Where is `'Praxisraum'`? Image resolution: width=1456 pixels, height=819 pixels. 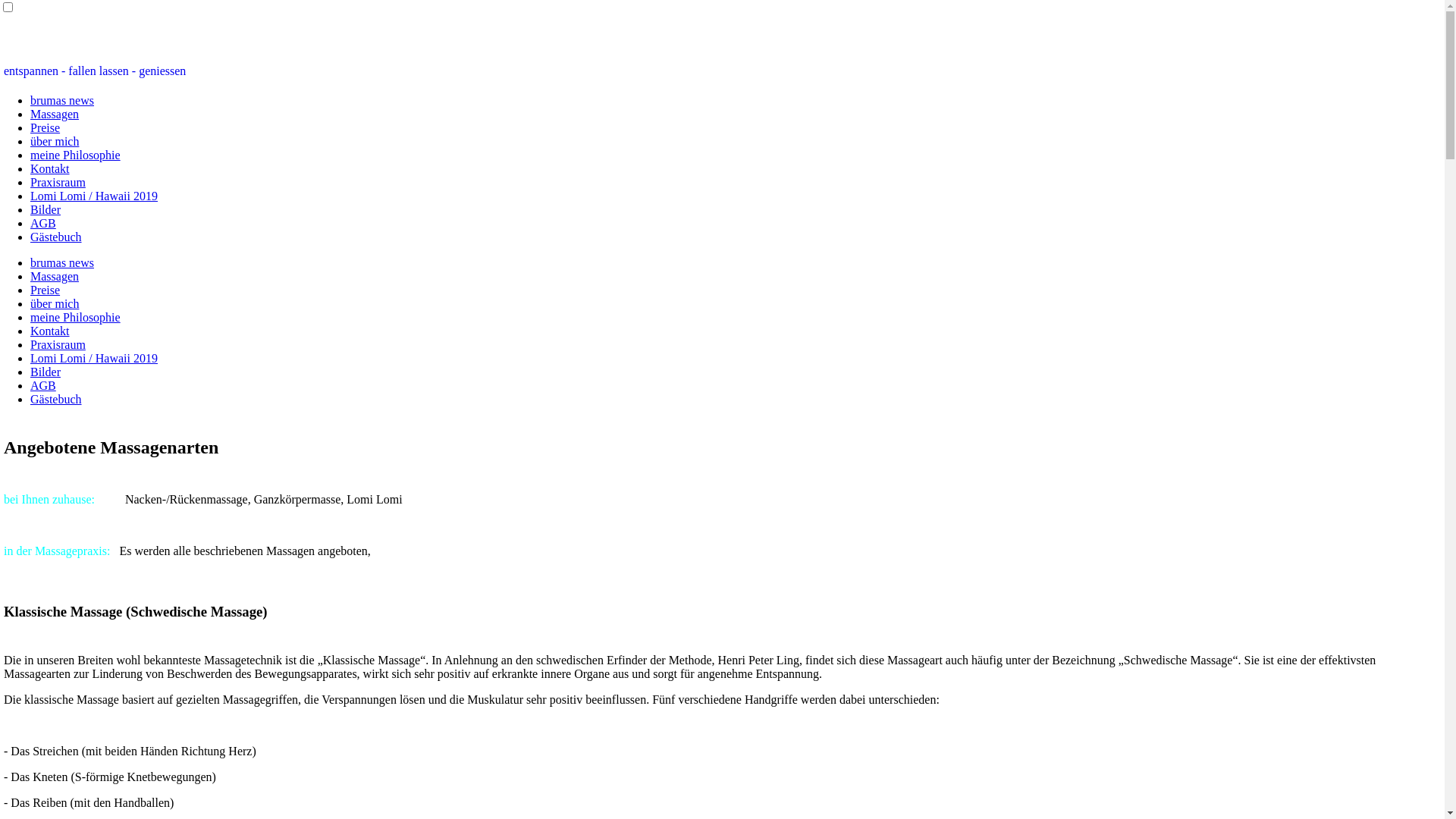
'Praxisraum' is located at coordinates (58, 344).